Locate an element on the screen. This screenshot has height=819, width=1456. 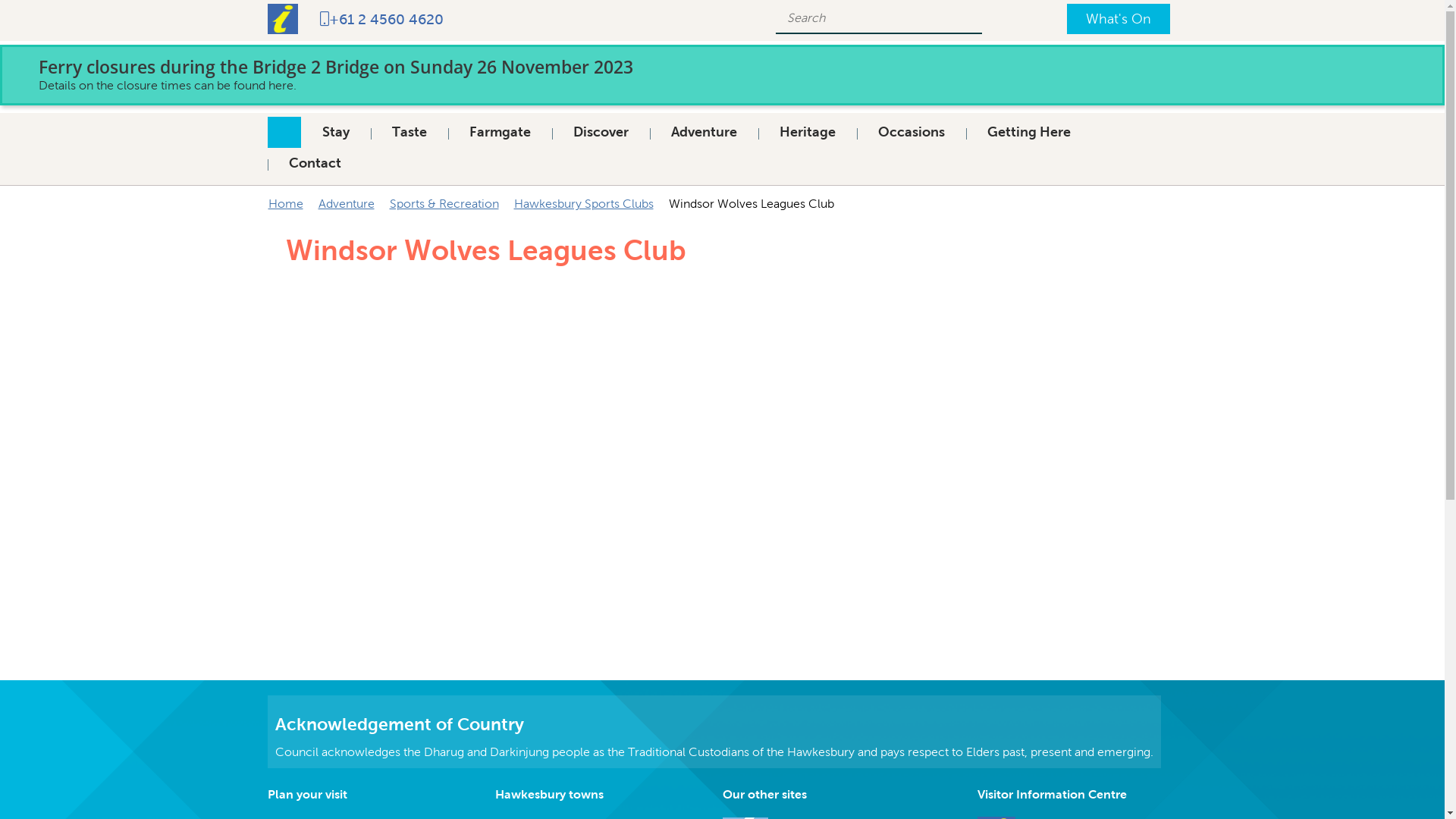
'Adventure' is located at coordinates (648, 131).